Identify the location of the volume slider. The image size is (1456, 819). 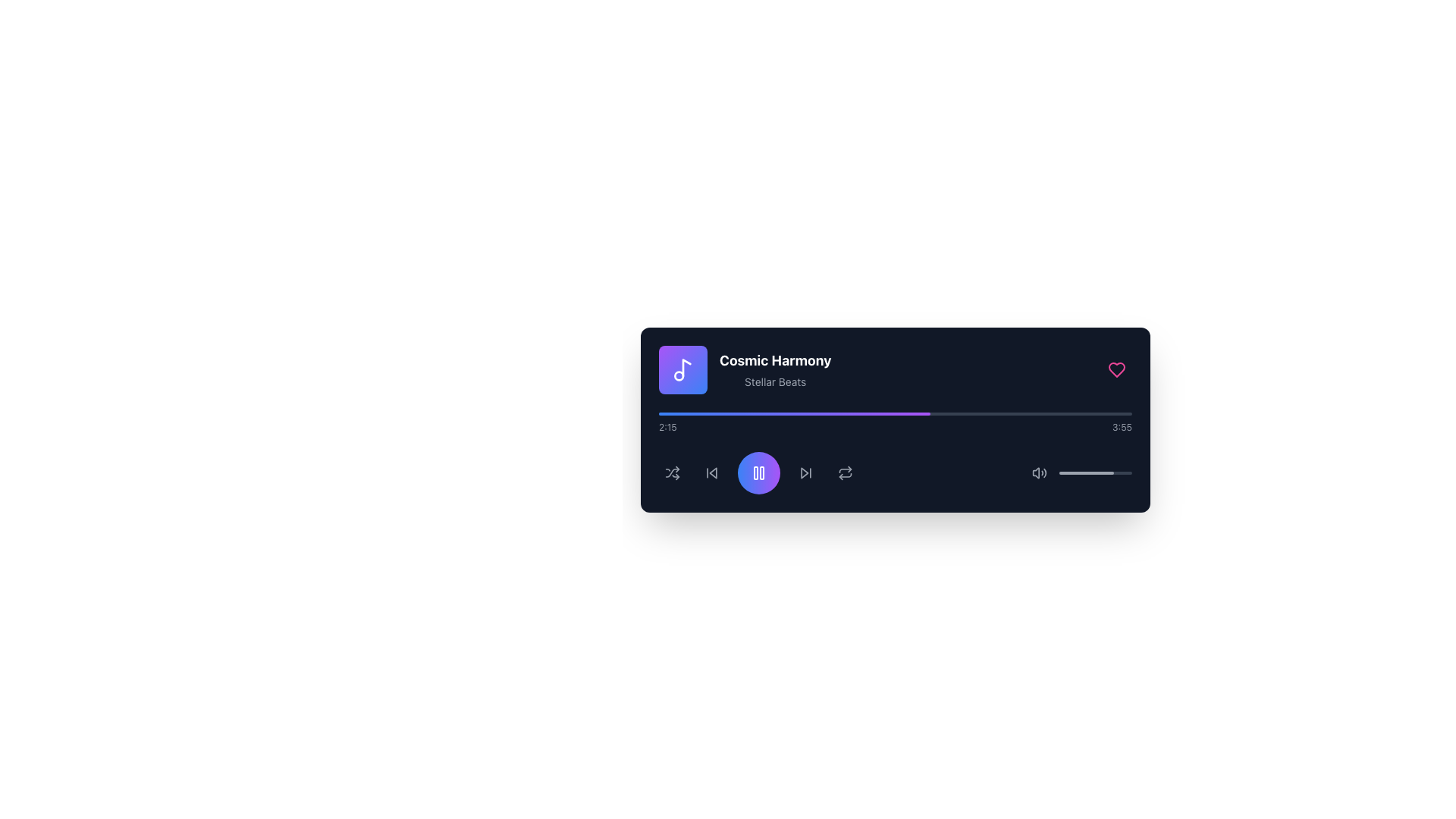
(1081, 472).